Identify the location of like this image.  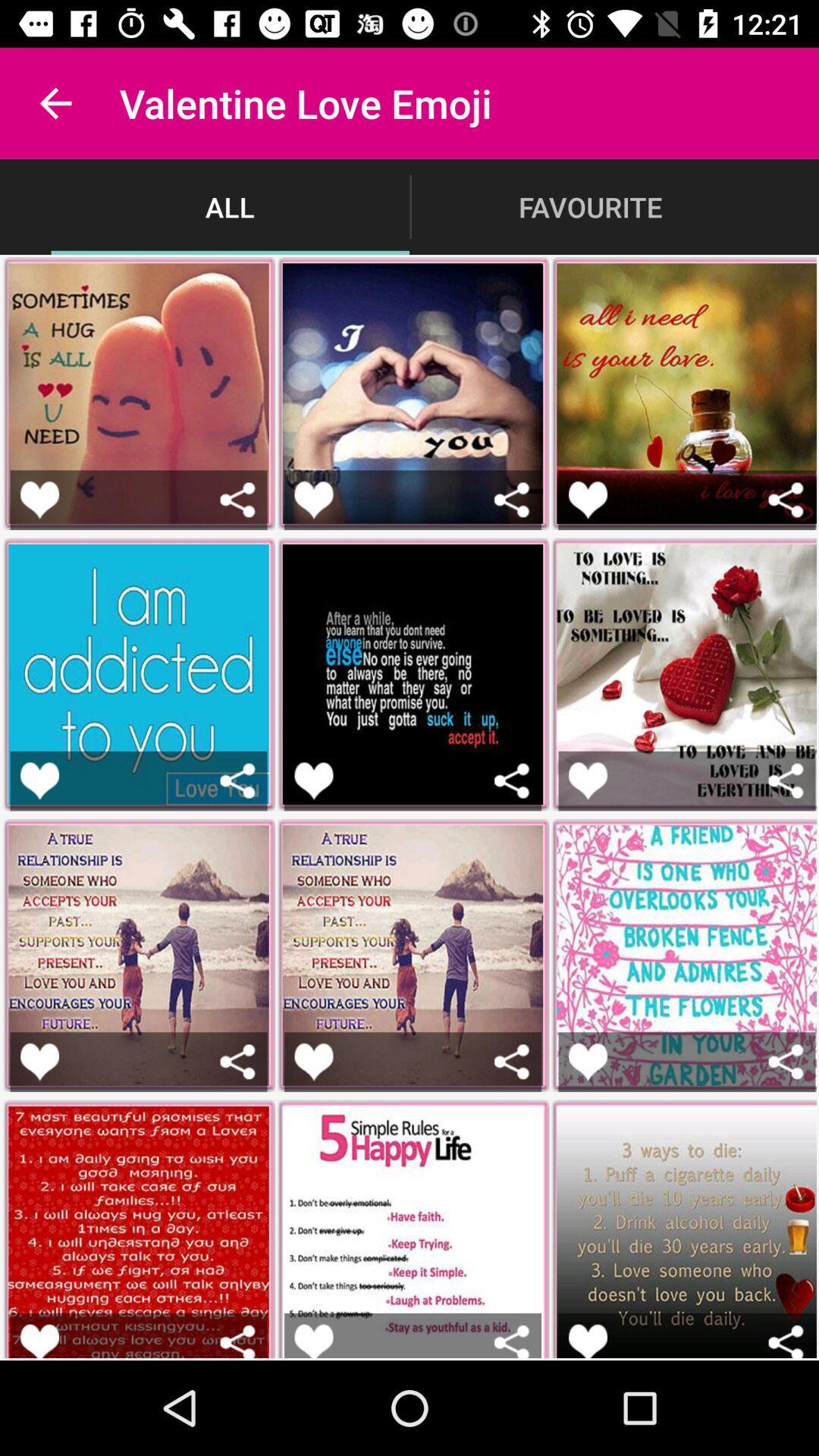
(587, 1341).